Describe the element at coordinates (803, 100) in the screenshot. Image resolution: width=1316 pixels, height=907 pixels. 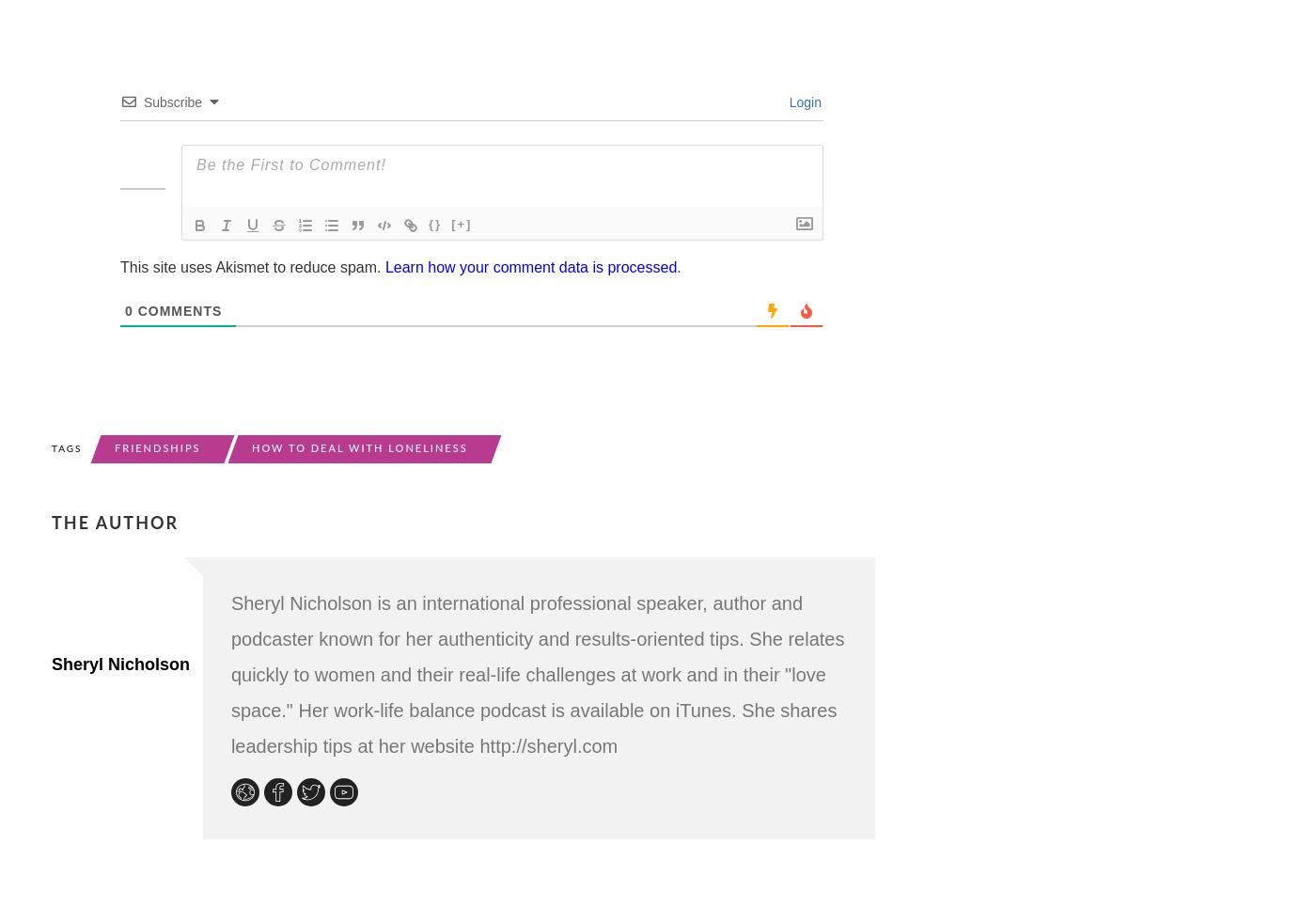
I see `'Login'` at that location.